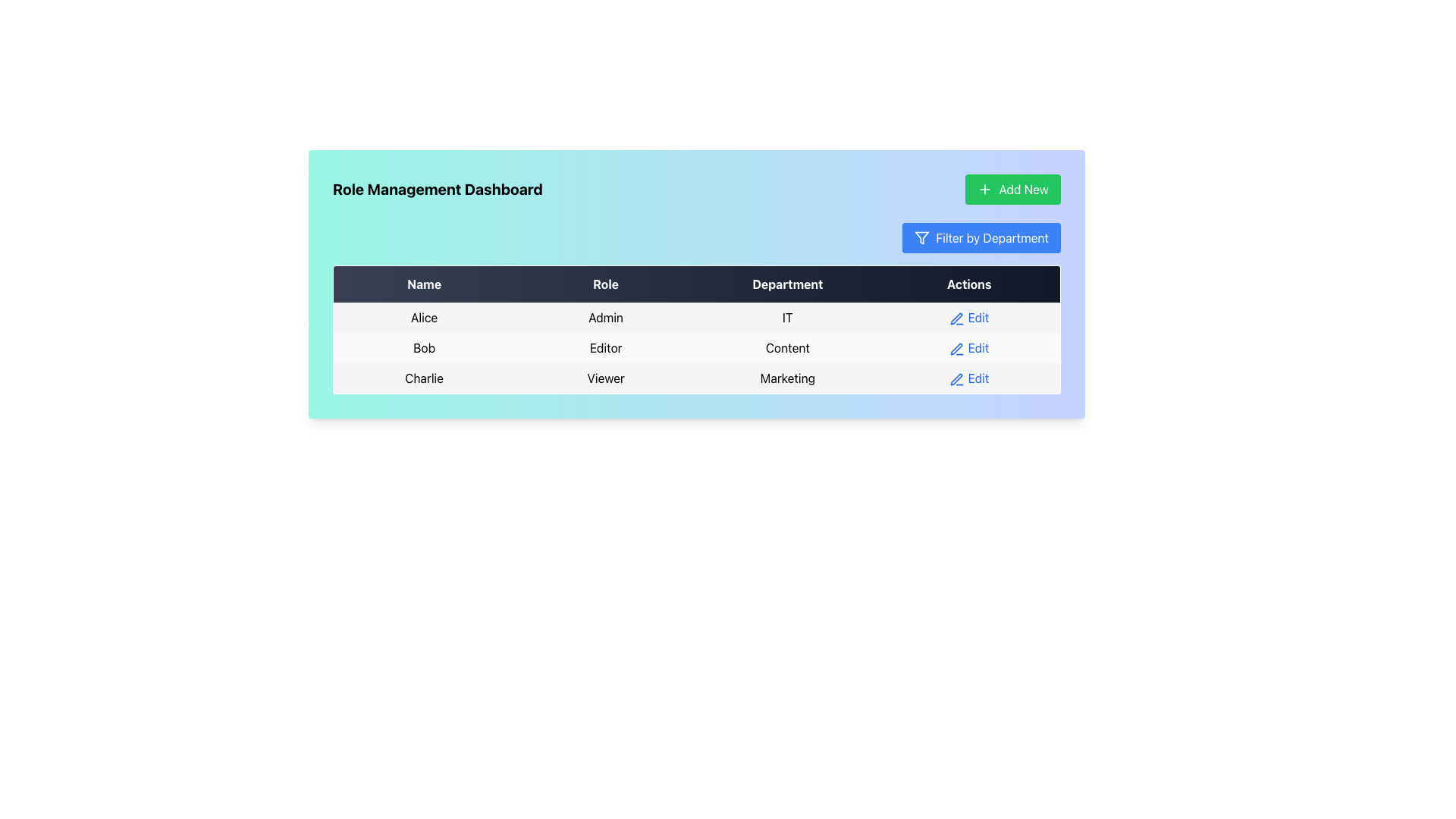 Image resolution: width=1456 pixels, height=819 pixels. Describe the element at coordinates (956, 318) in the screenshot. I see `the pencil-like edit icon located in the 'Actions' column of the data table for the user 'Alice'` at that location.